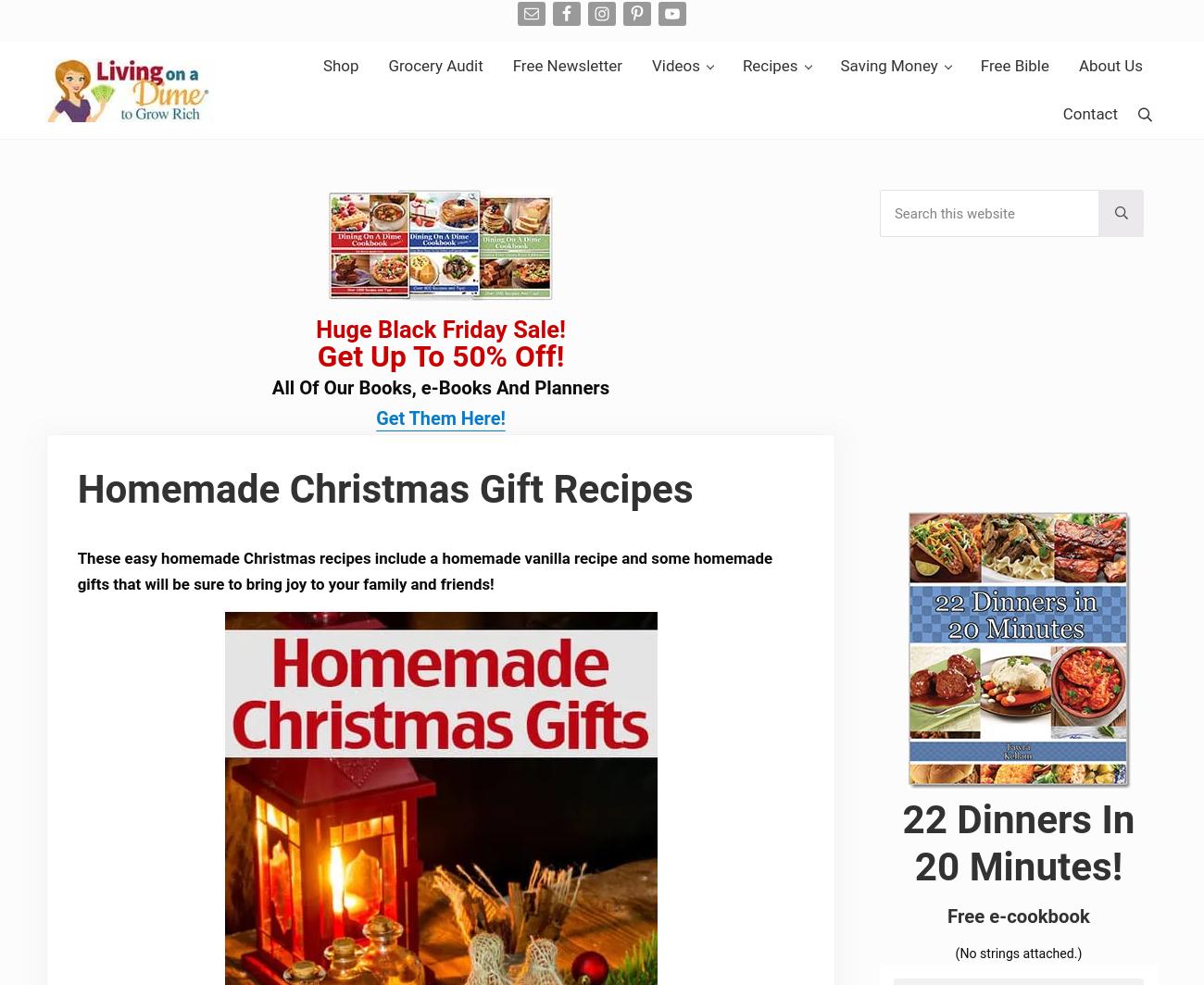 The width and height of the screenshot is (1204, 985). Describe the element at coordinates (1017, 843) in the screenshot. I see `'22 Dinners In 20 Minutes!'` at that location.